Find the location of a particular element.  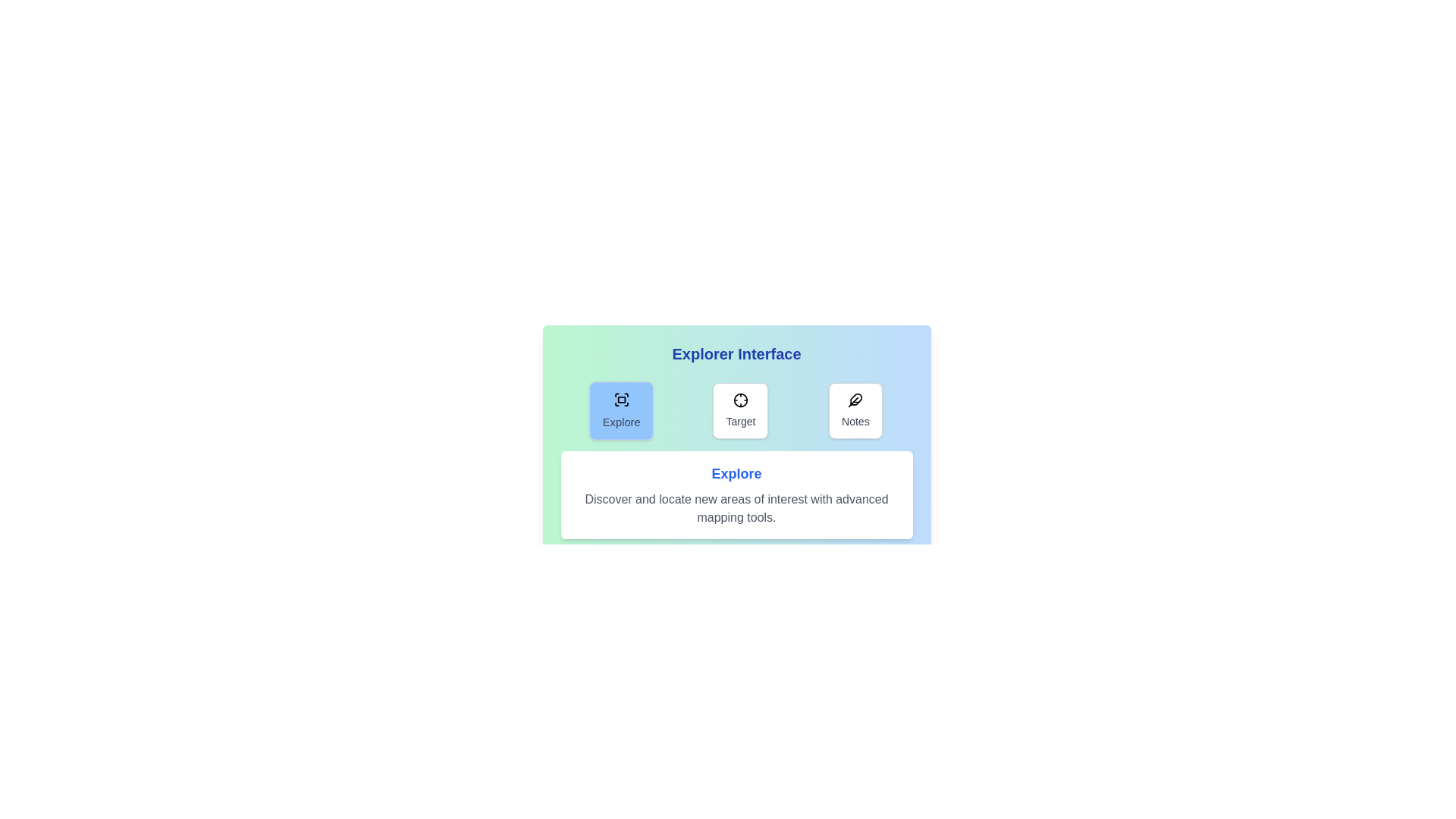

the Explore tab to view its content is located at coordinates (622, 411).